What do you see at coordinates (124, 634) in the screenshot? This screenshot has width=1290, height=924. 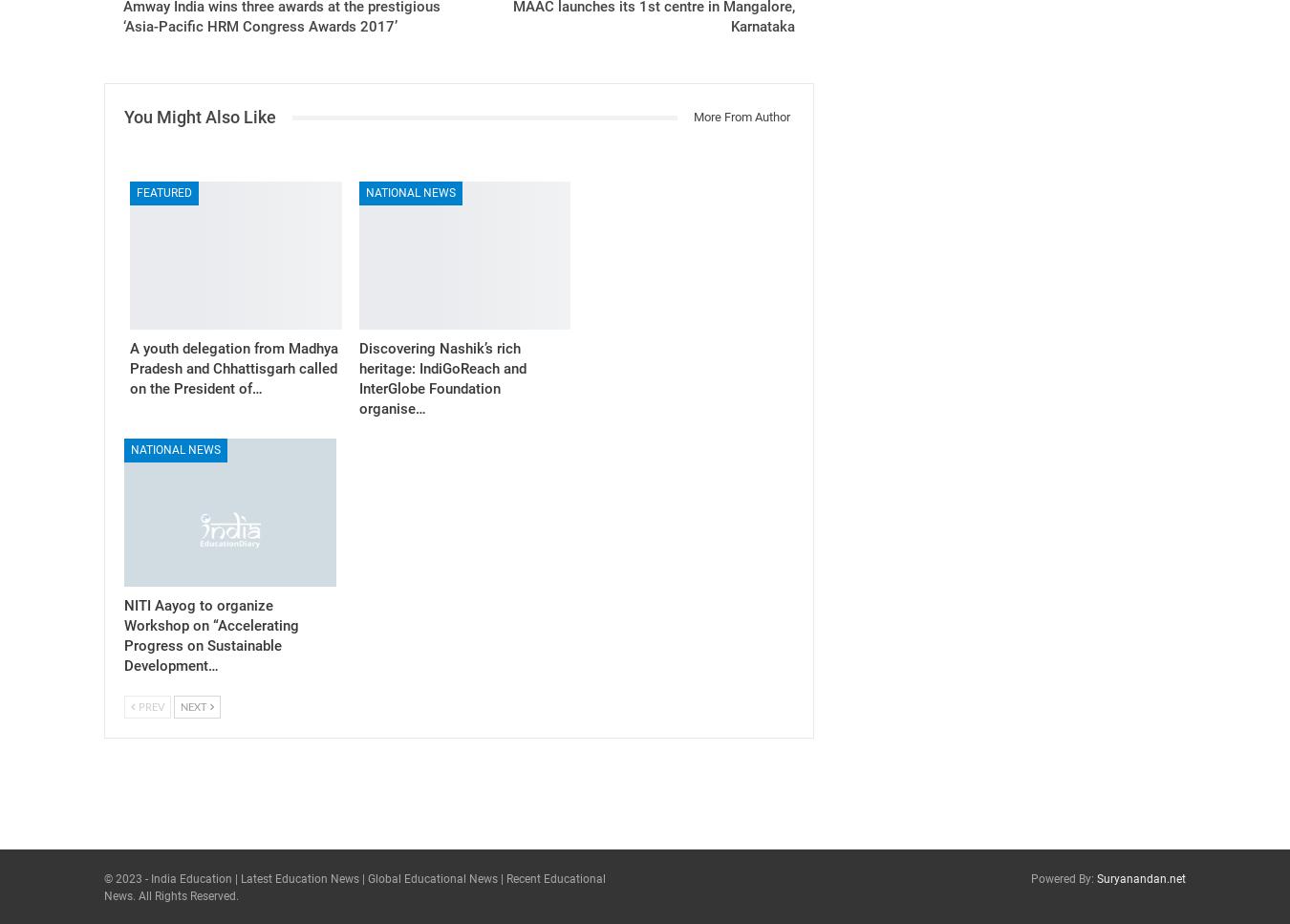 I see `'NITI Aayog to organize Workshop on “Accelerating Progress on Sustainable Development…'` at bounding box center [124, 634].